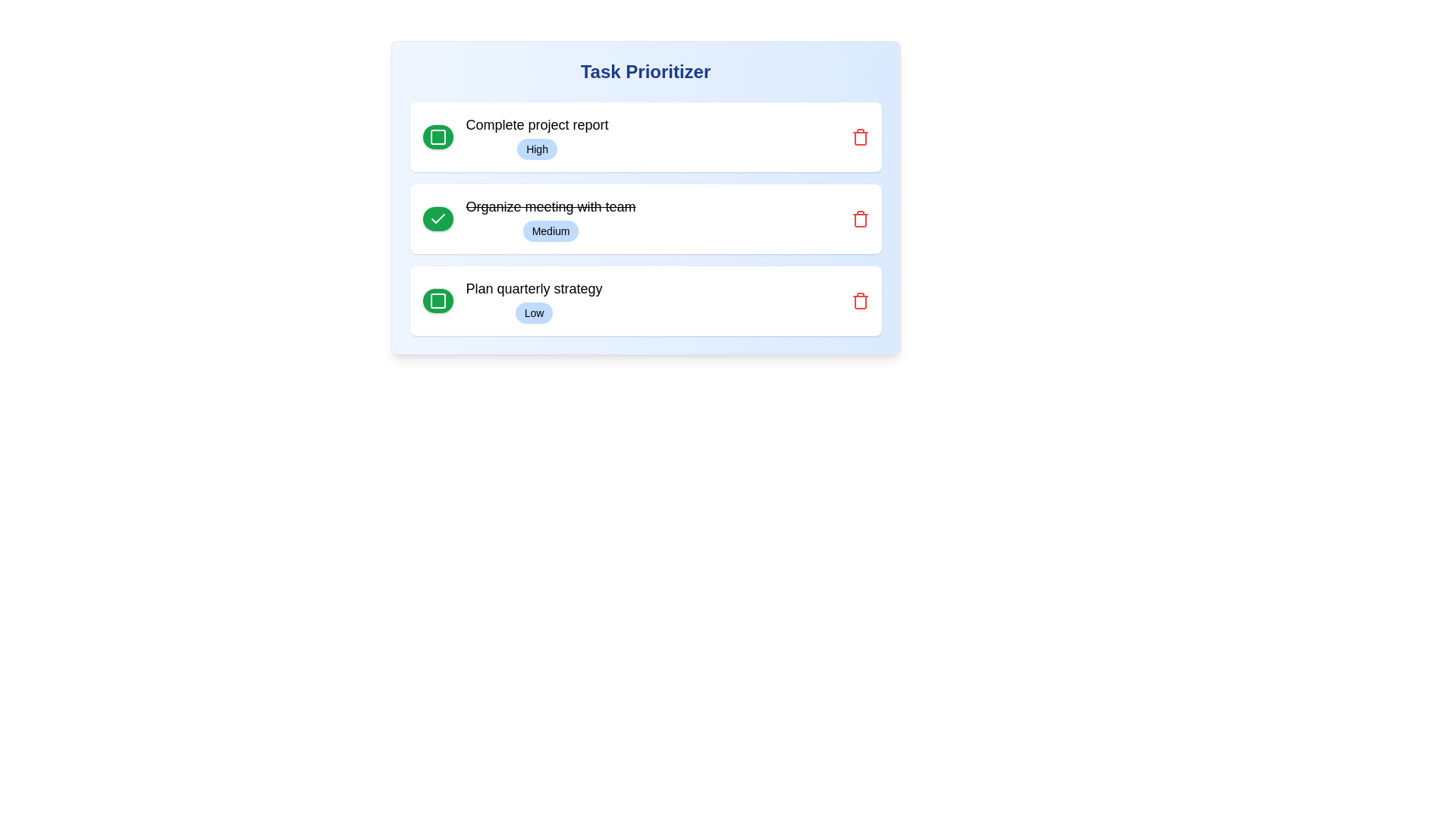 This screenshot has height=819, width=1456. I want to click on the text label that reads 'Complete project report', which is positioned at the top of the first task item in a vertical list, aligned with a checkbox icon to its left and above a 'High' priority badge, so click(537, 124).